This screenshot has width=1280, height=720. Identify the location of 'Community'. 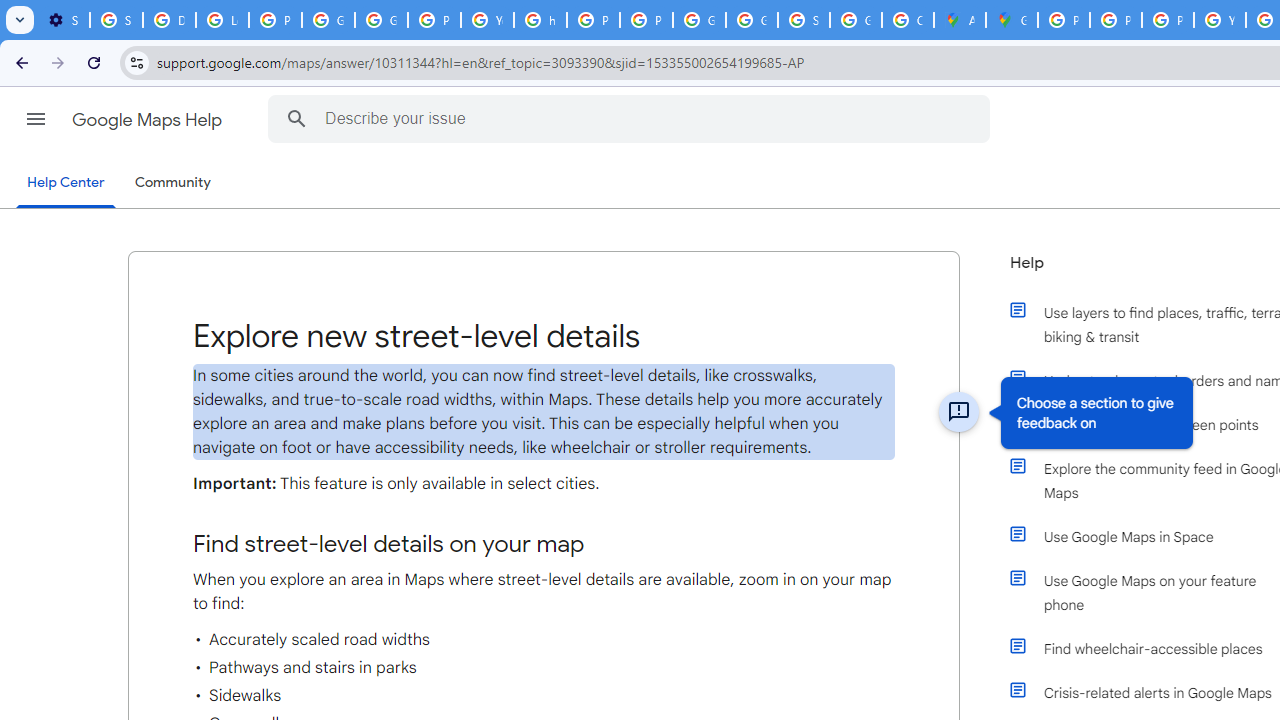
(172, 183).